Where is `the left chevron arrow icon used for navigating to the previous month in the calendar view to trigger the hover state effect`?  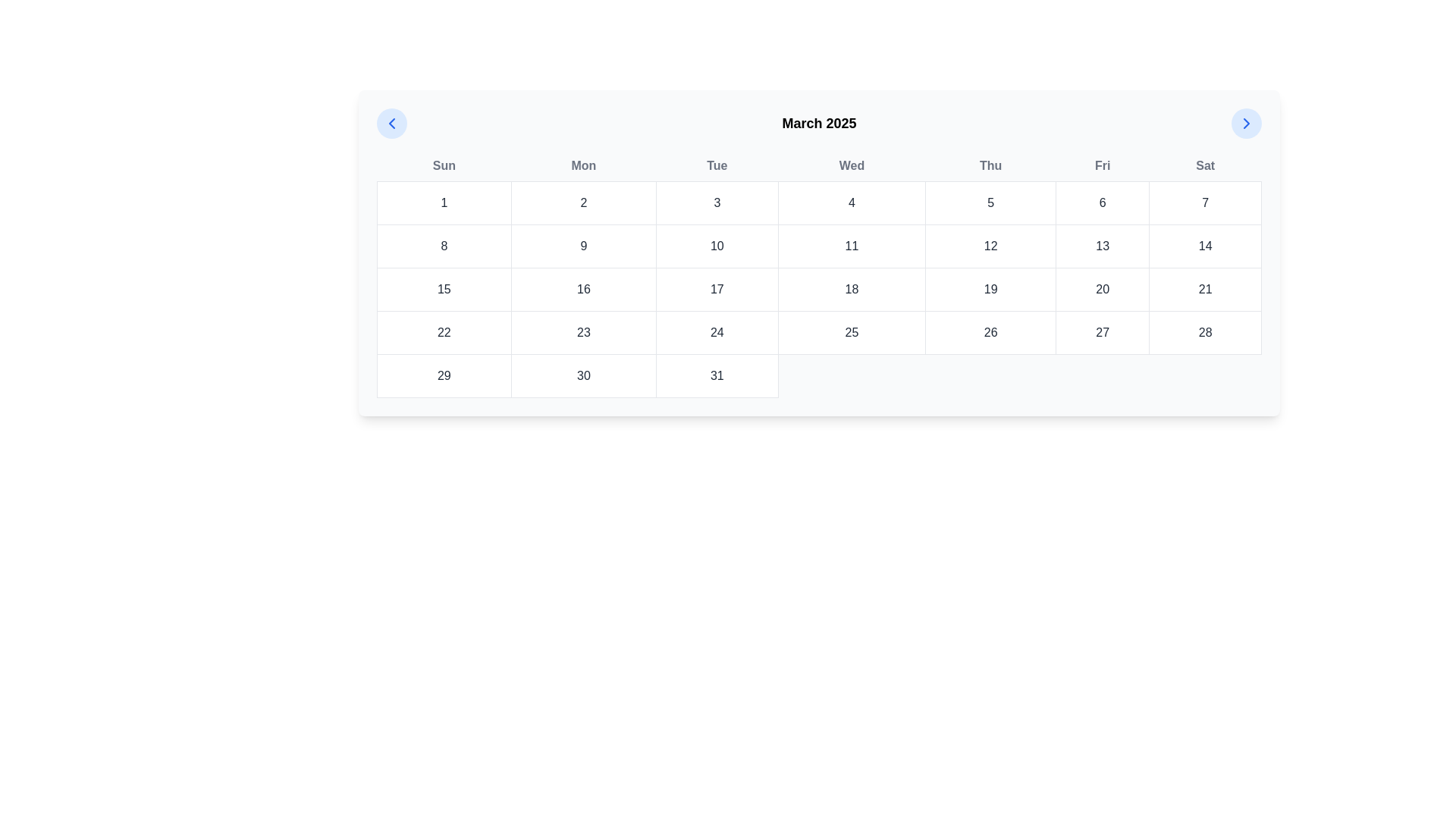 the left chevron arrow icon used for navigating to the previous month in the calendar view to trigger the hover state effect is located at coordinates (392, 122).